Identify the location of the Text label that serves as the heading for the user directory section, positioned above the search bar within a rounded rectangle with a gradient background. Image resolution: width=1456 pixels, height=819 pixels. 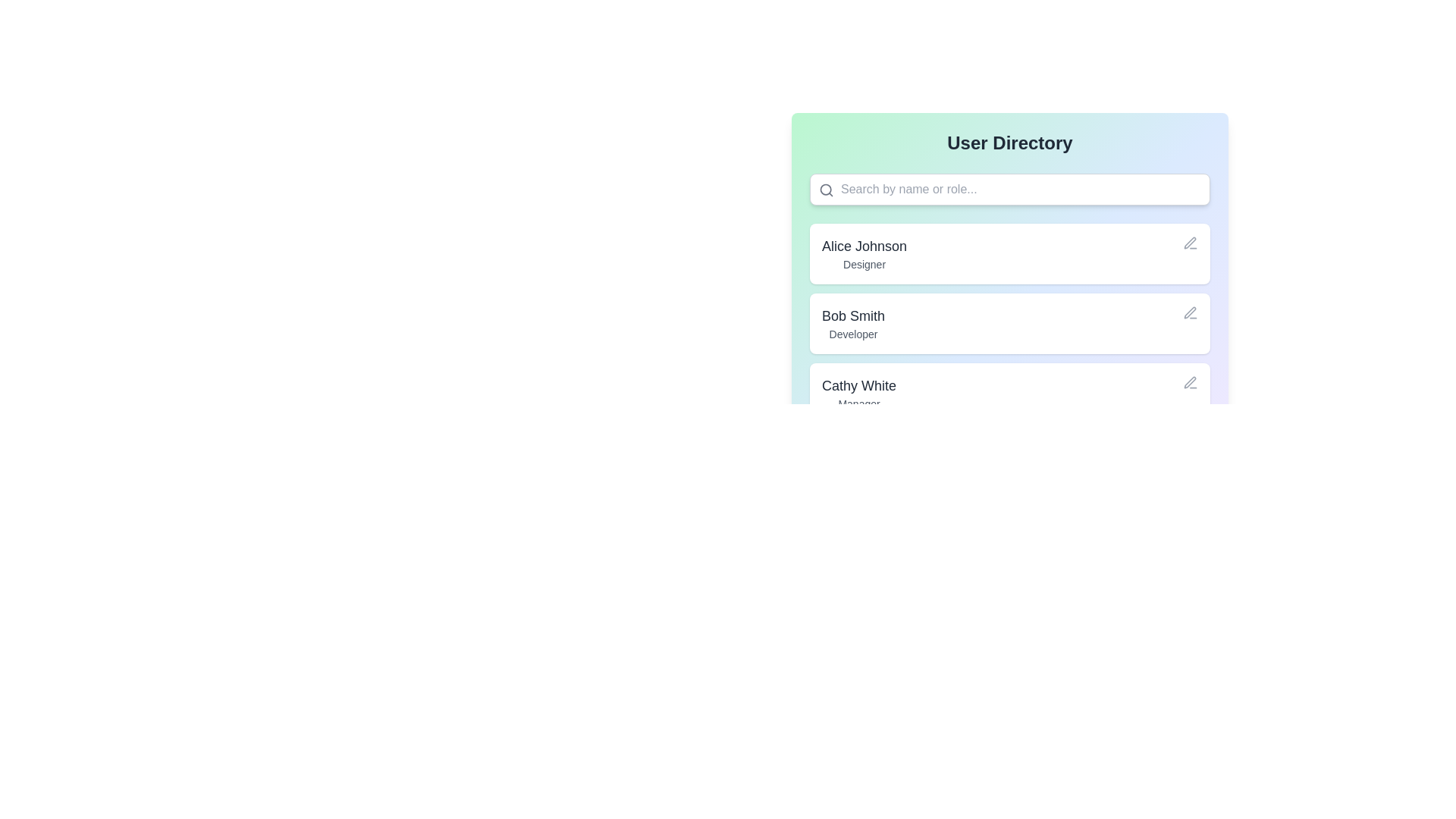
(1009, 143).